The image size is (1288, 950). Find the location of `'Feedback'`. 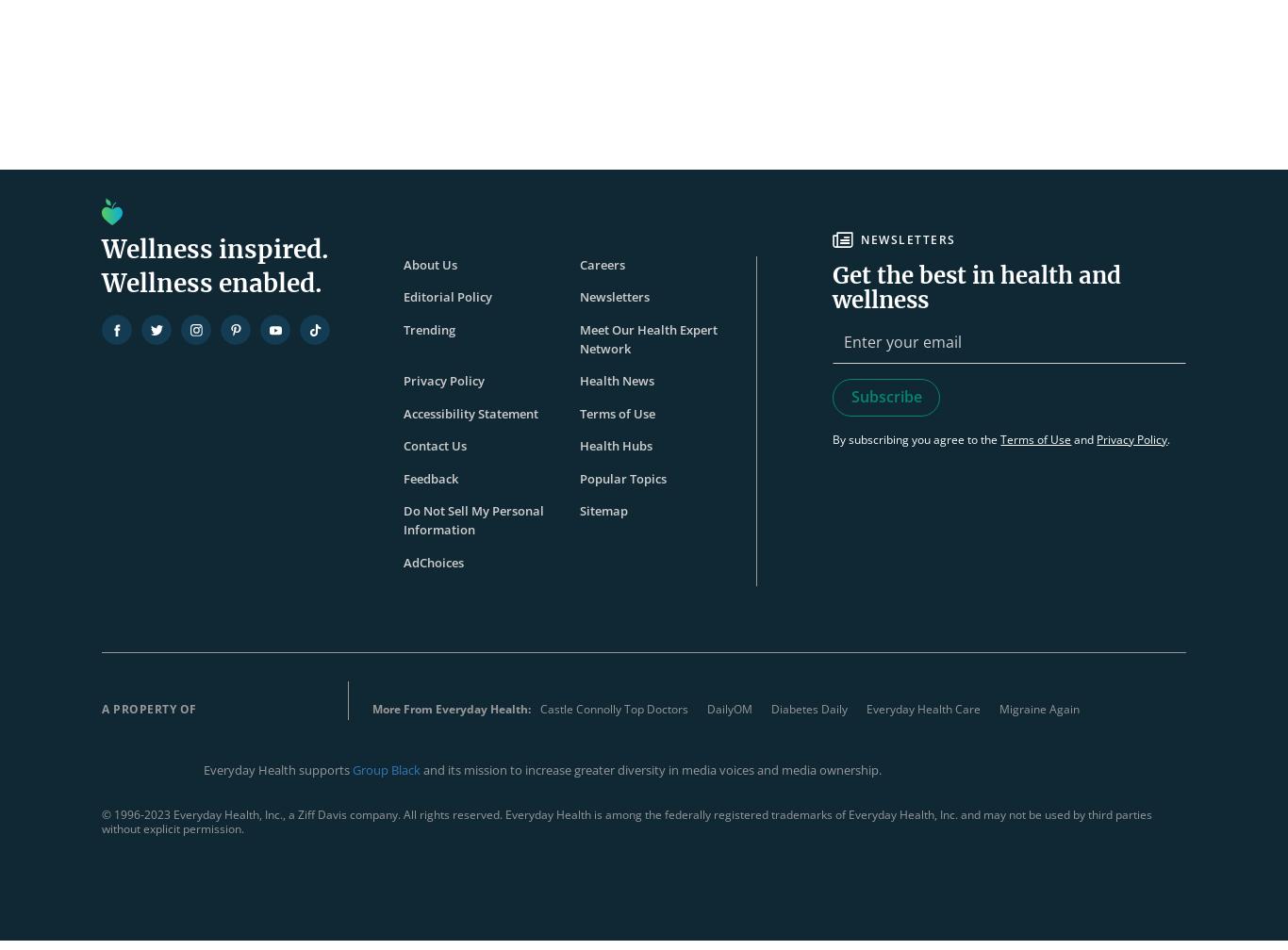

'Feedback' is located at coordinates (402, 478).